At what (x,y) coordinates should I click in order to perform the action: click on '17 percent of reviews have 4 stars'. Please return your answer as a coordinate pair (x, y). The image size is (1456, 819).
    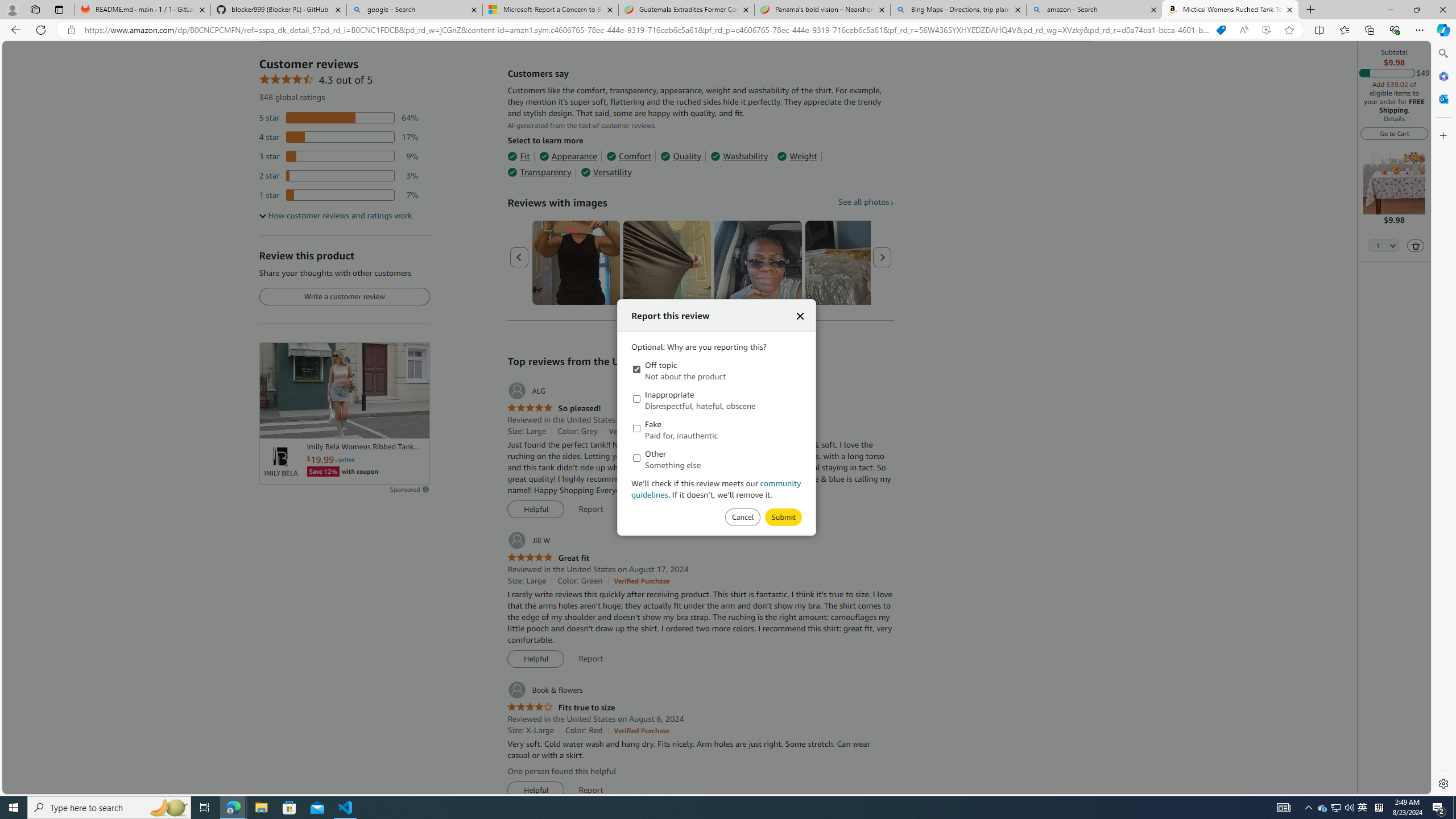
    Looking at the image, I should click on (338, 137).